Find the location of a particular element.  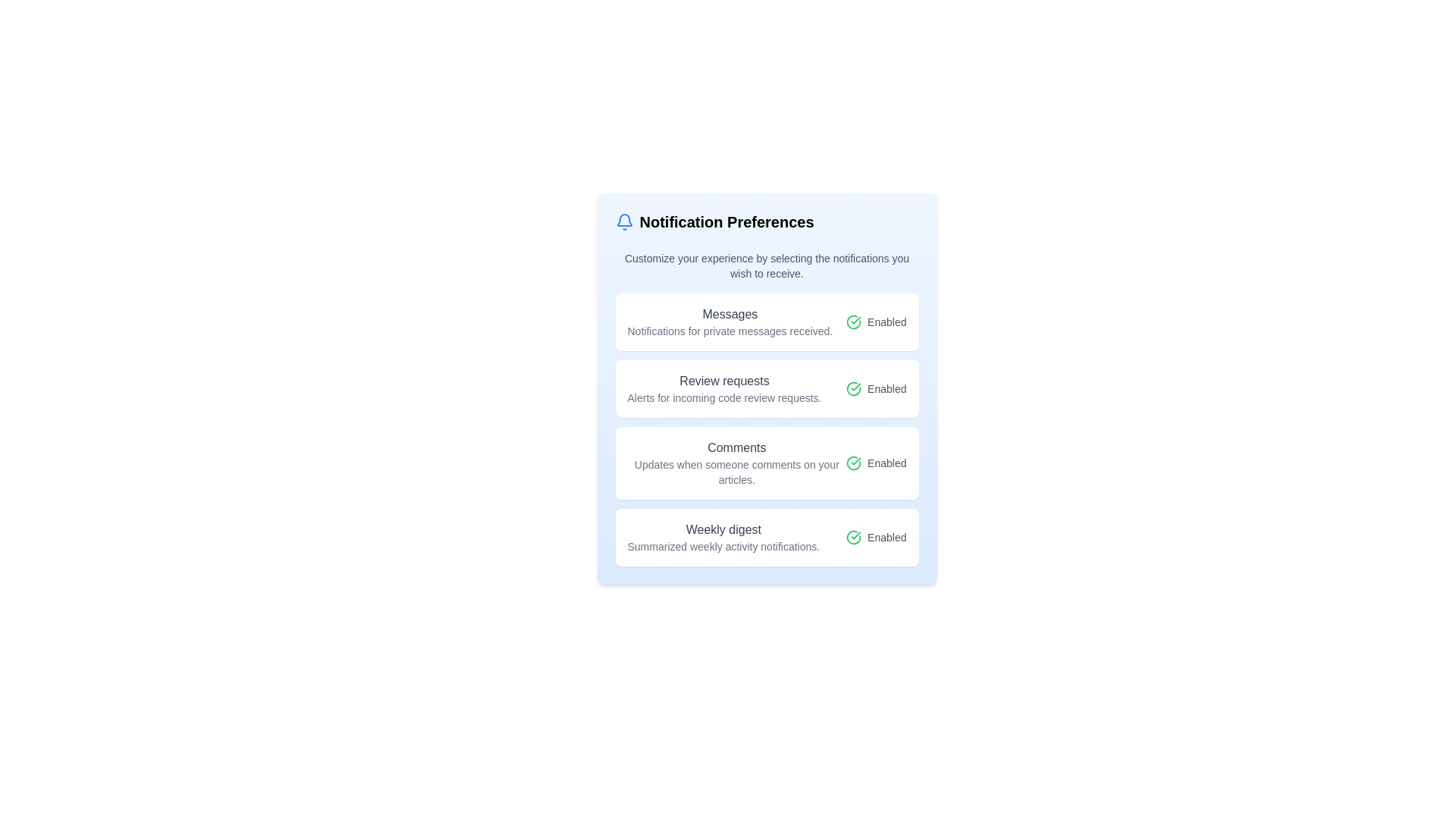

the notification preferences by clicking on the Settings panel, which features a gradient blue background, rounded corners, and toggle indicators on the right is located at coordinates (767, 388).